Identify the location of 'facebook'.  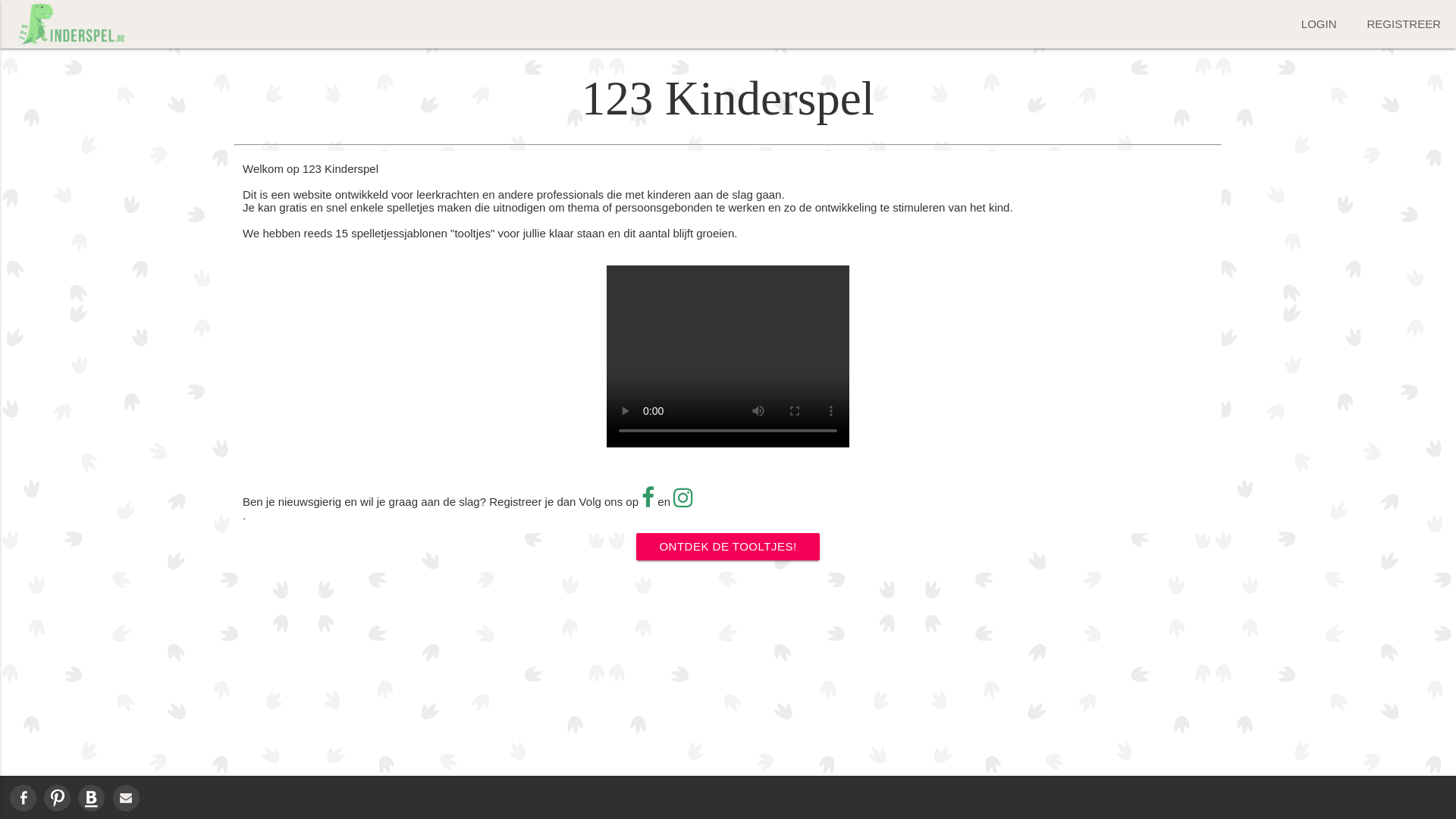
(23, 797).